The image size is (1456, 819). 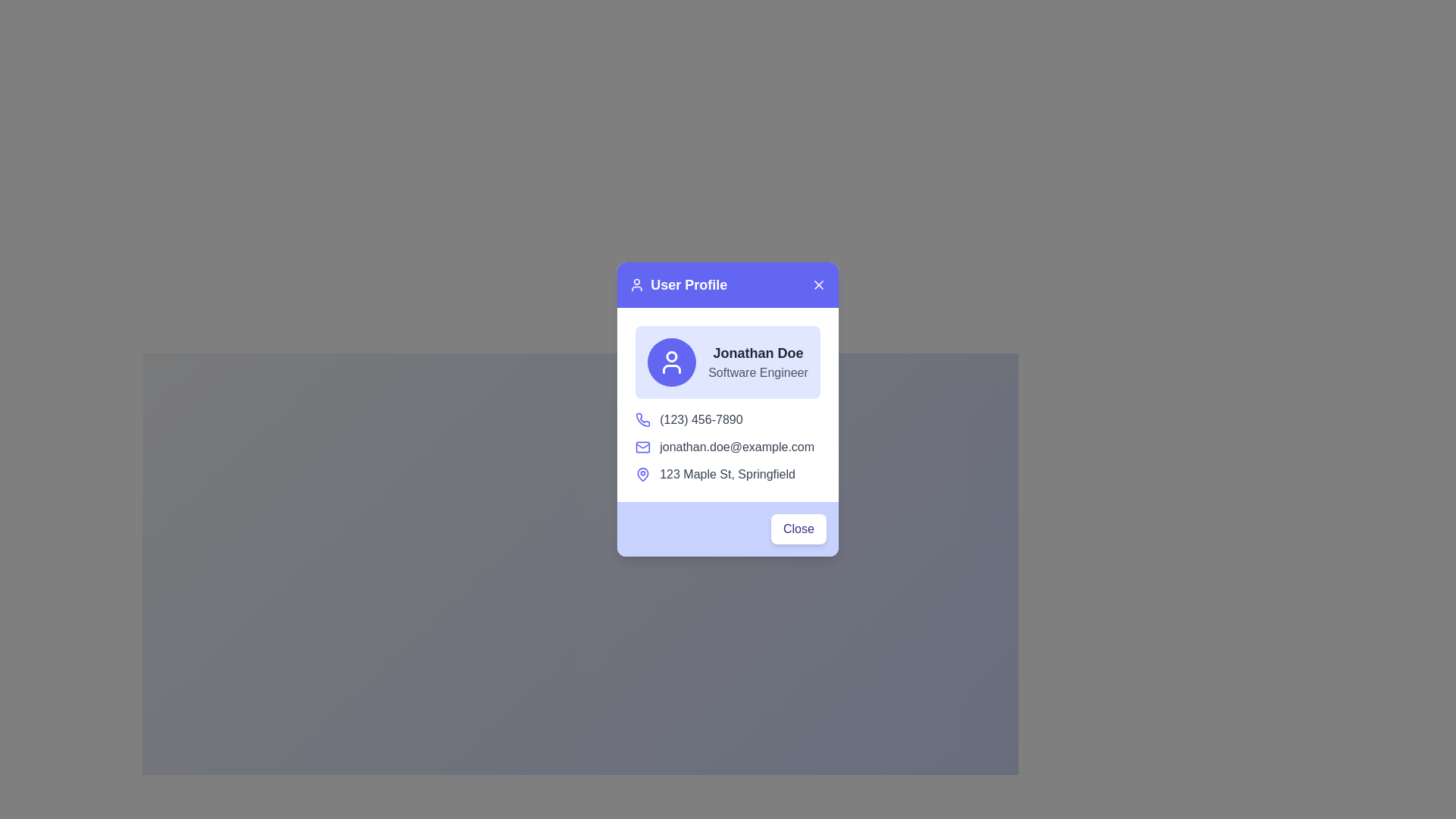 I want to click on the email text element, which is the second item, so click(x=728, y=447).